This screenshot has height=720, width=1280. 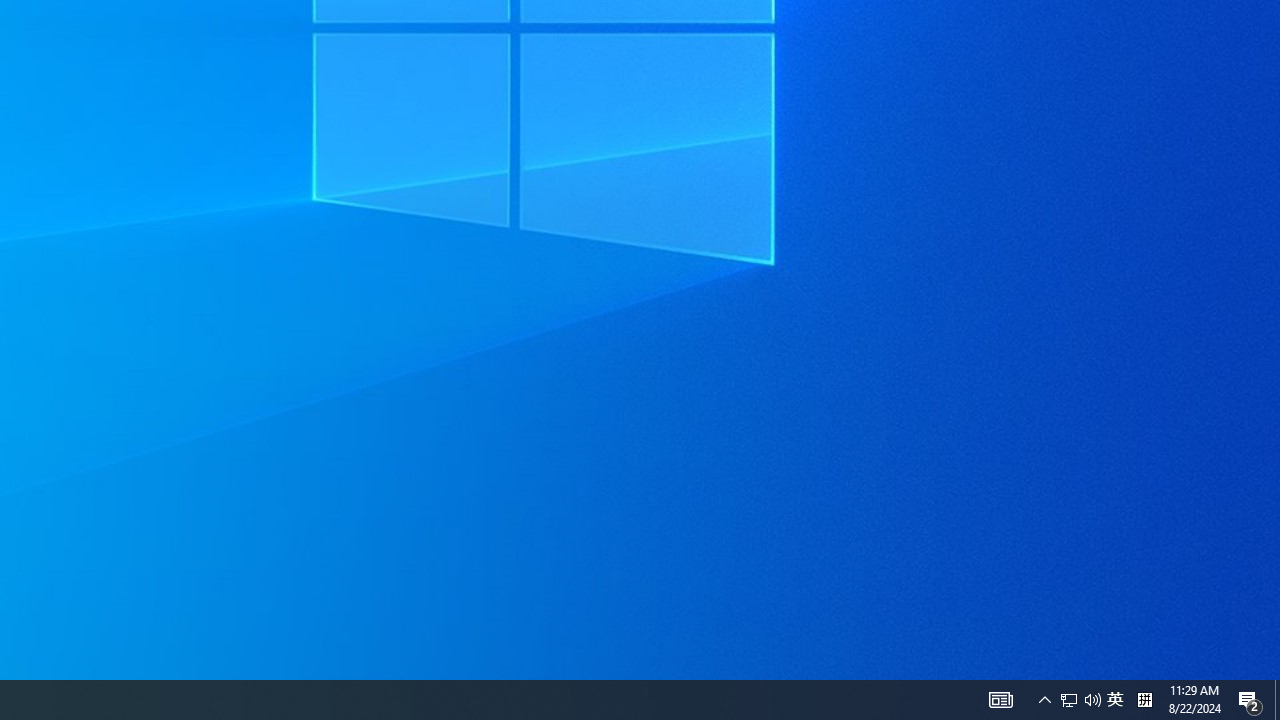 What do you see at coordinates (1000, 698) in the screenshot?
I see `'Notification Chevron'` at bounding box center [1000, 698].